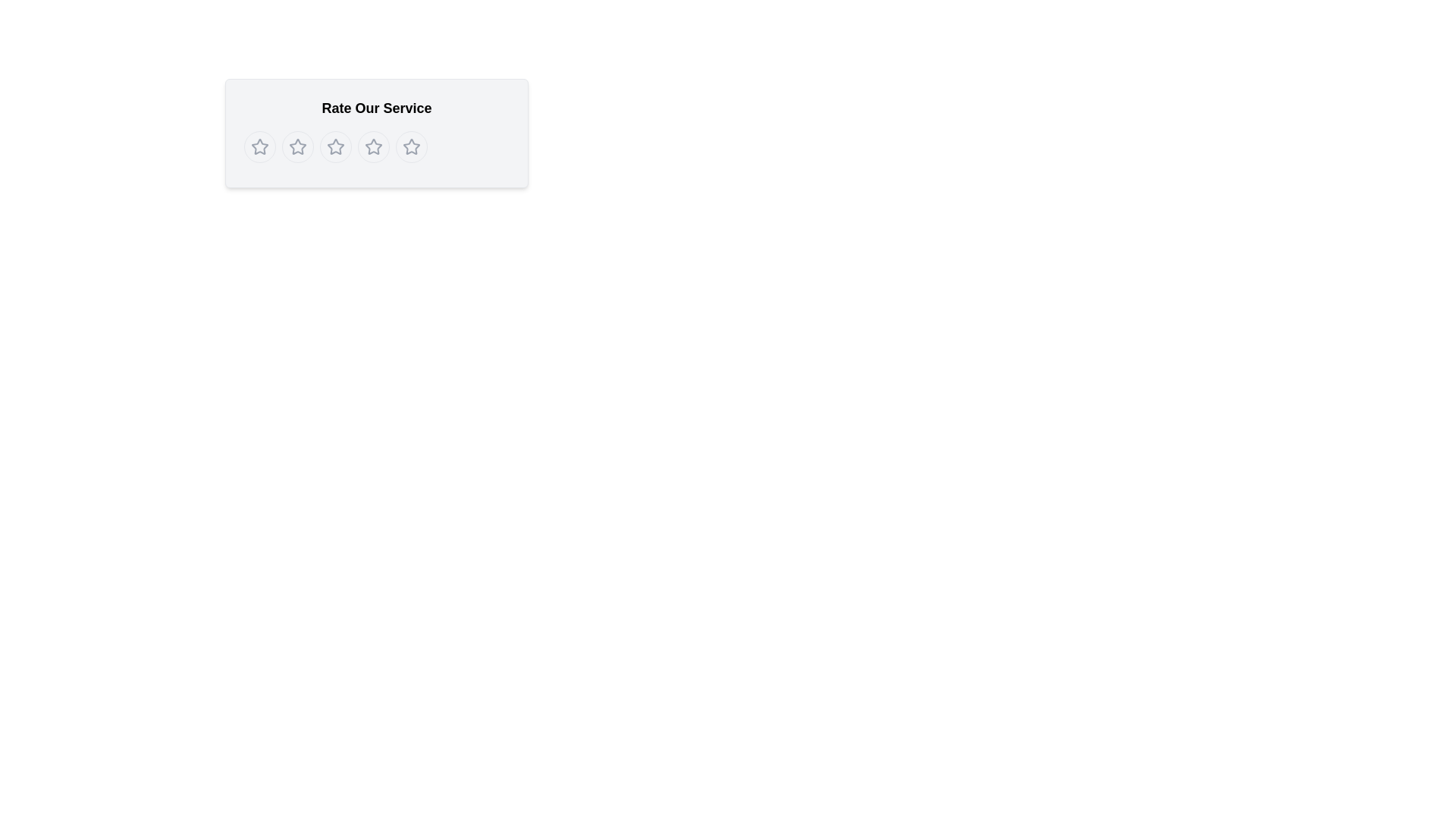 The image size is (1456, 819). Describe the element at coordinates (374, 146) in the screenshot. I see `the fourth rating star icon in the row of five icons, which is centered within the white card interface displaying 'Rate Our Service'` at that location.